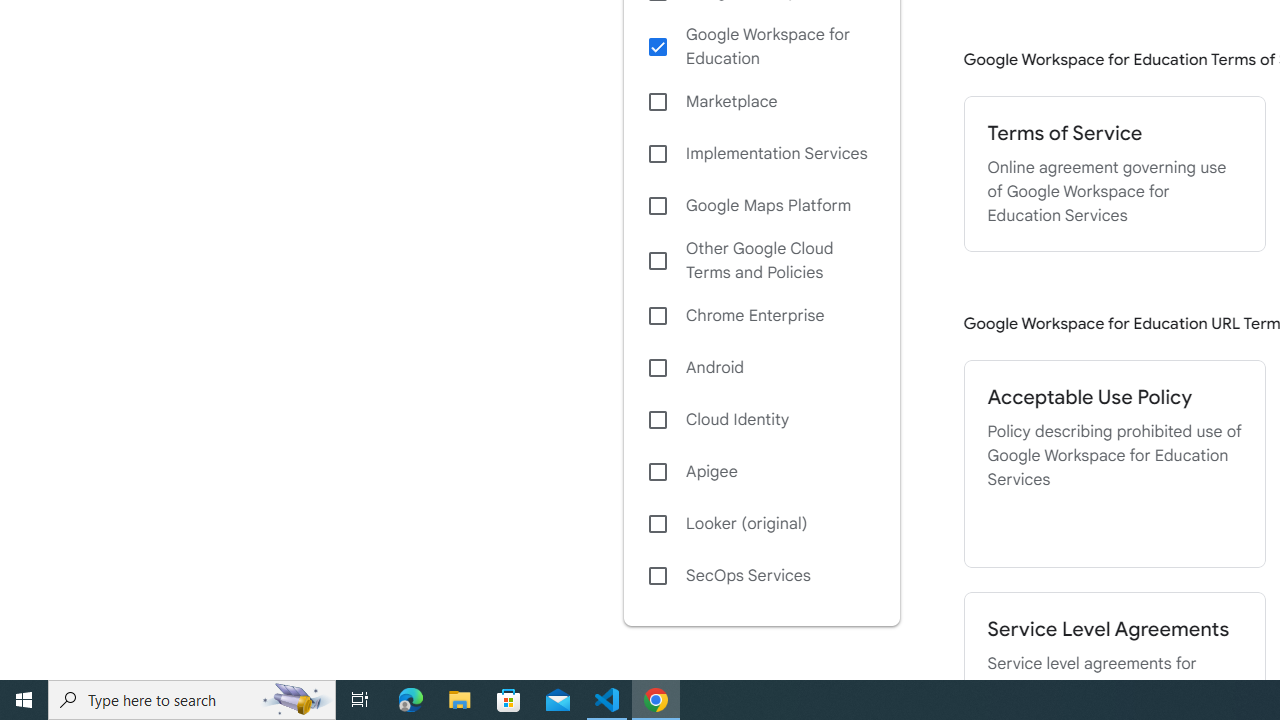 This screenshot has height=720, width=1280. I want to click on 'SecOps Services', so click(760, 576).